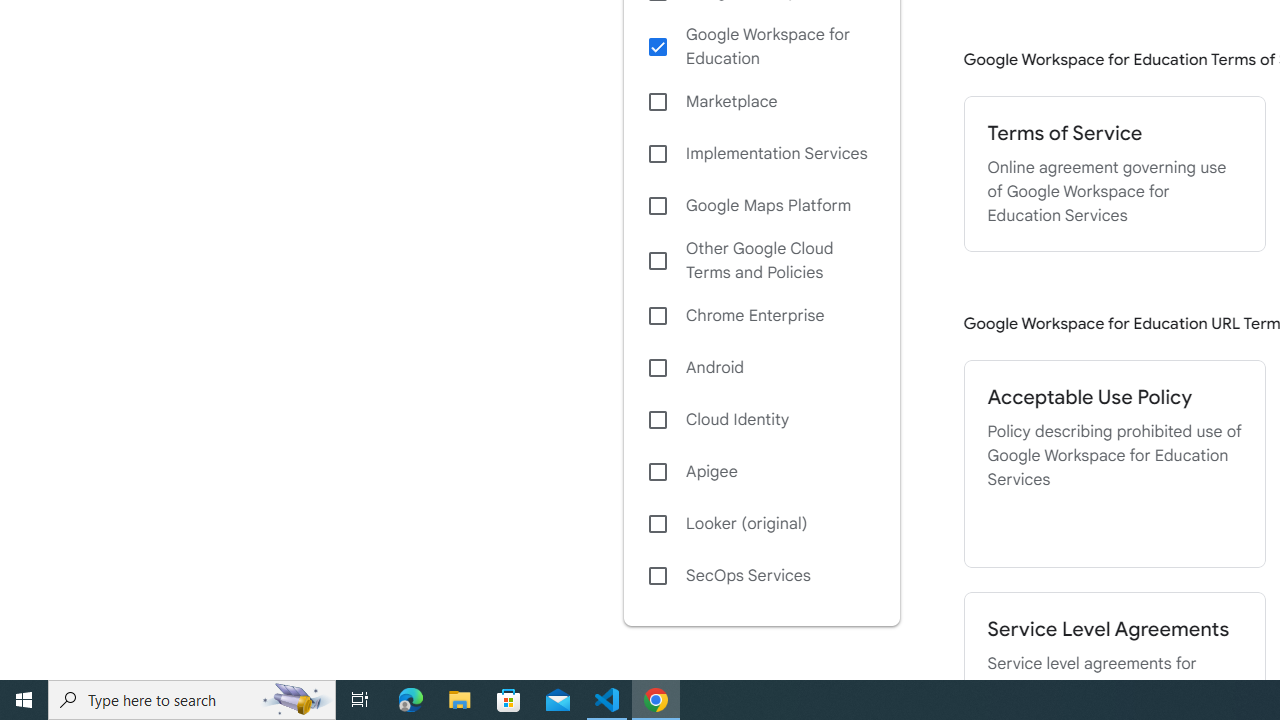 This screenshot has height=720, width=1280. I want to click on 'SecOps Services', so click(760, 576).